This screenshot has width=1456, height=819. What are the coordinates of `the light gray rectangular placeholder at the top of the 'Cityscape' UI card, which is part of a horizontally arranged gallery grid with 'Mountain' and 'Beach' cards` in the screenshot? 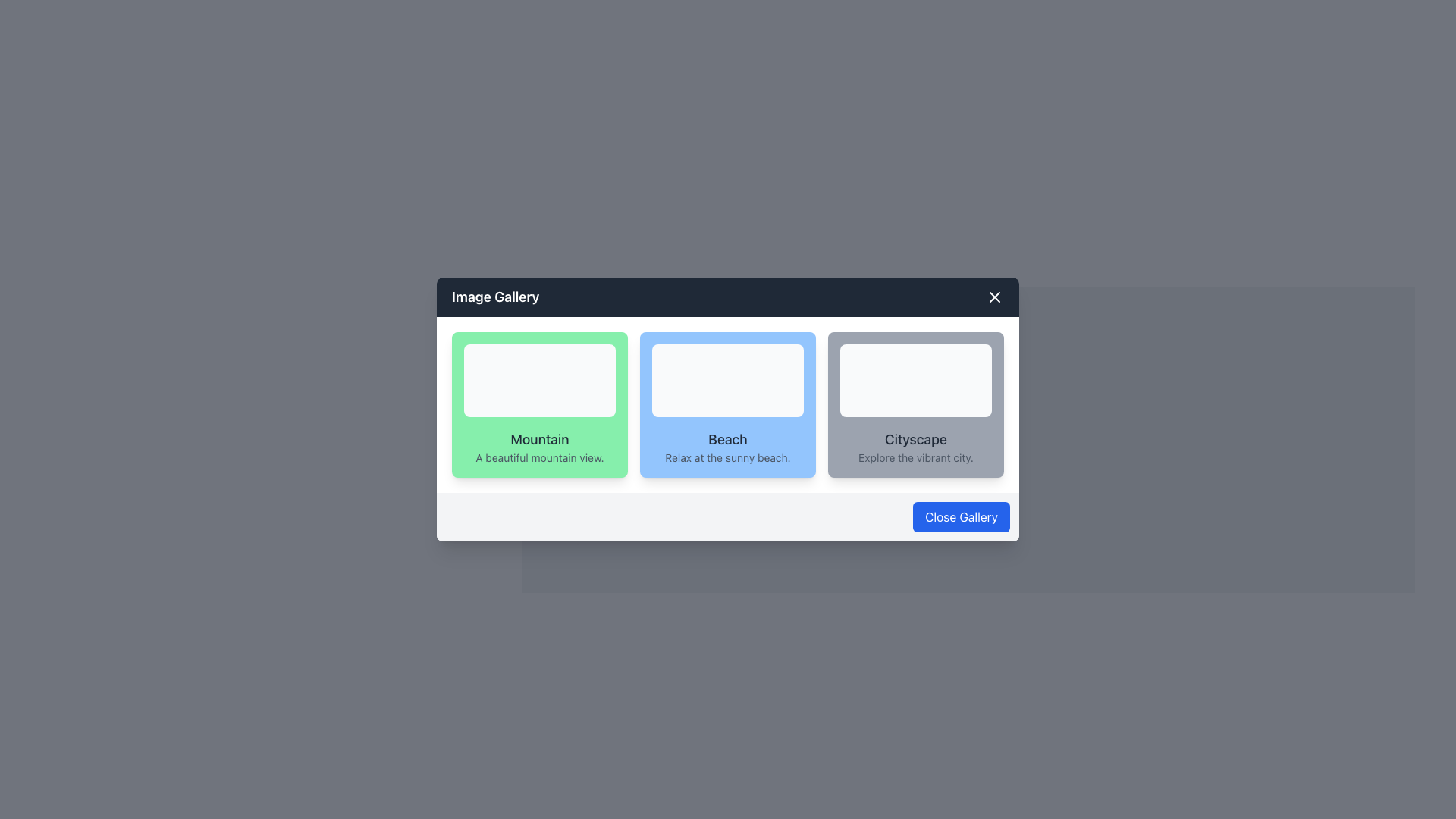 It's located at (915, 379).